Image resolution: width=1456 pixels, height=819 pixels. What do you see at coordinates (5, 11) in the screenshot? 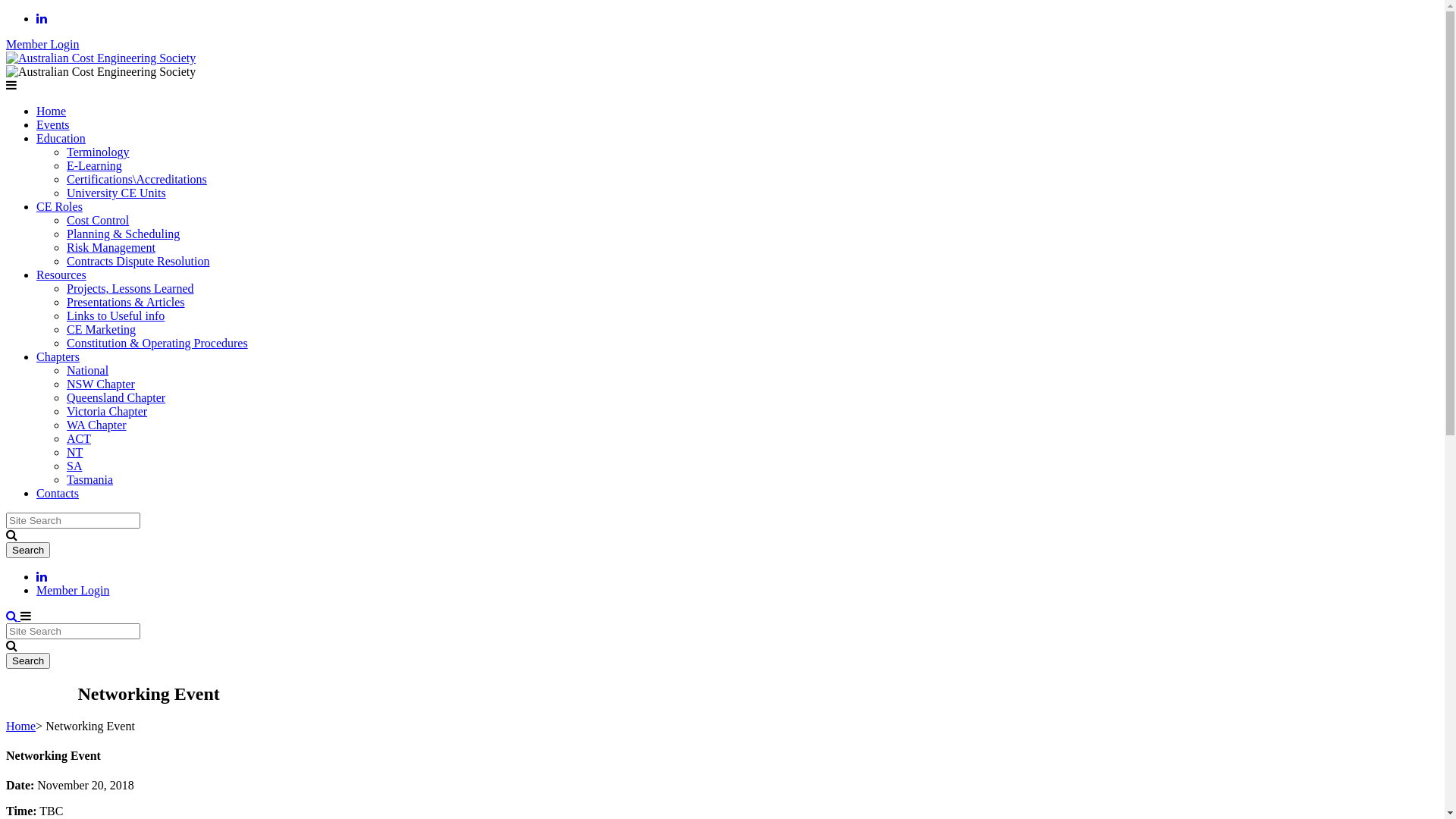
I see `'Skip to content'` at bounding box center [5, 11].